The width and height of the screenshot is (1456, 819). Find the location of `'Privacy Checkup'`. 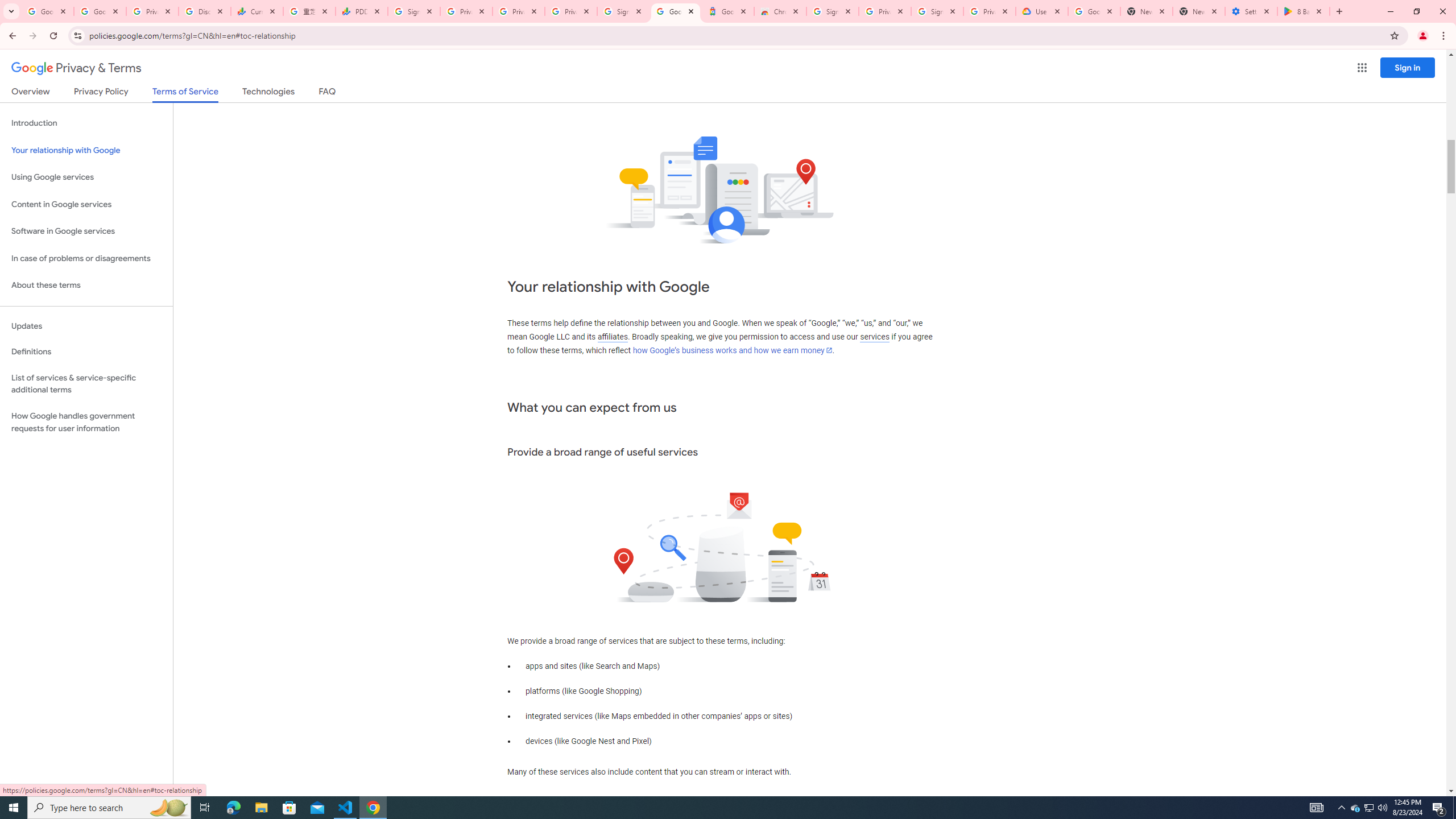

'Privacy Checkup' is located at coordinates (519, 11).